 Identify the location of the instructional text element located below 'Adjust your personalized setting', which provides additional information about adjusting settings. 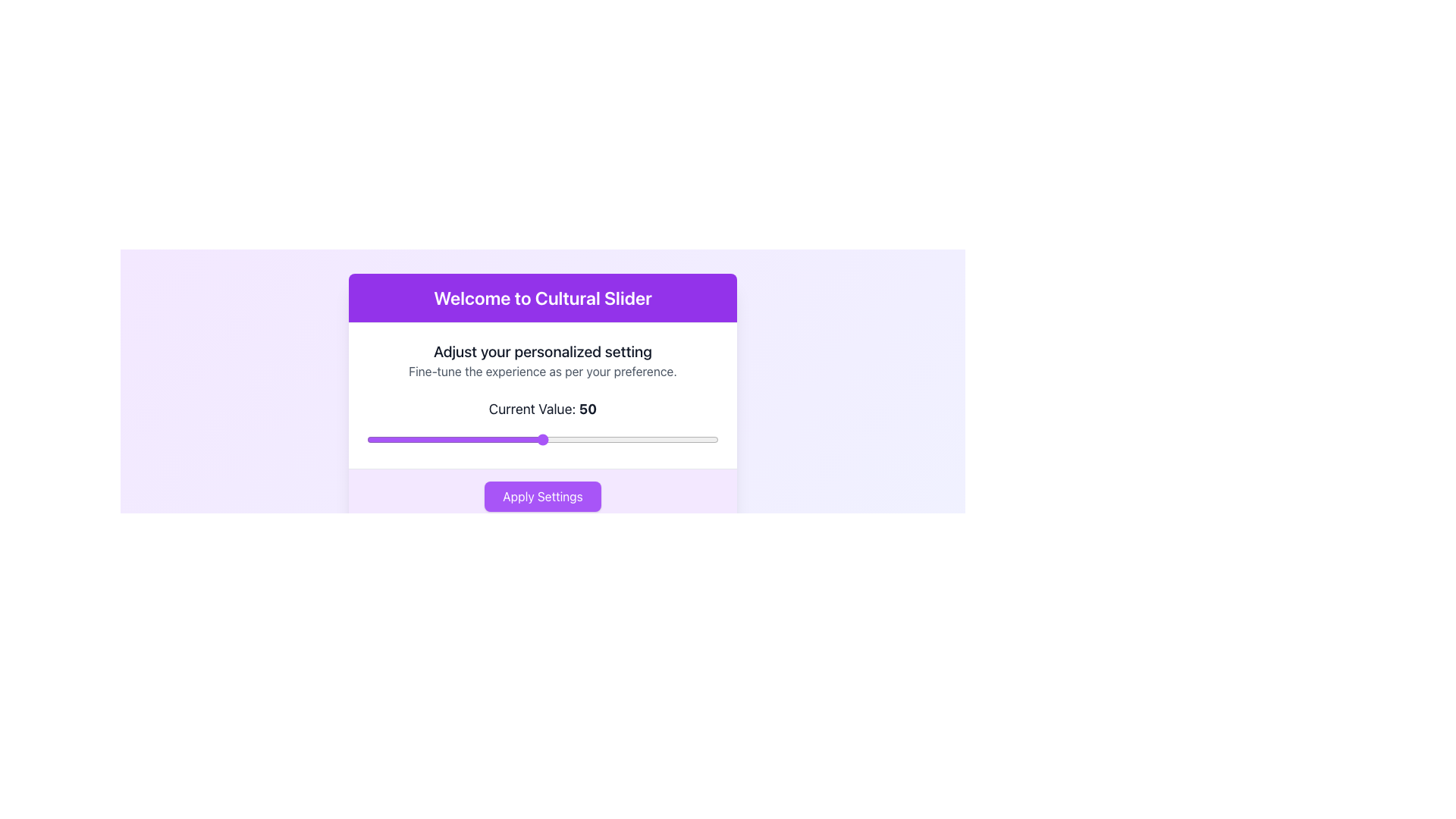
(542, 371).